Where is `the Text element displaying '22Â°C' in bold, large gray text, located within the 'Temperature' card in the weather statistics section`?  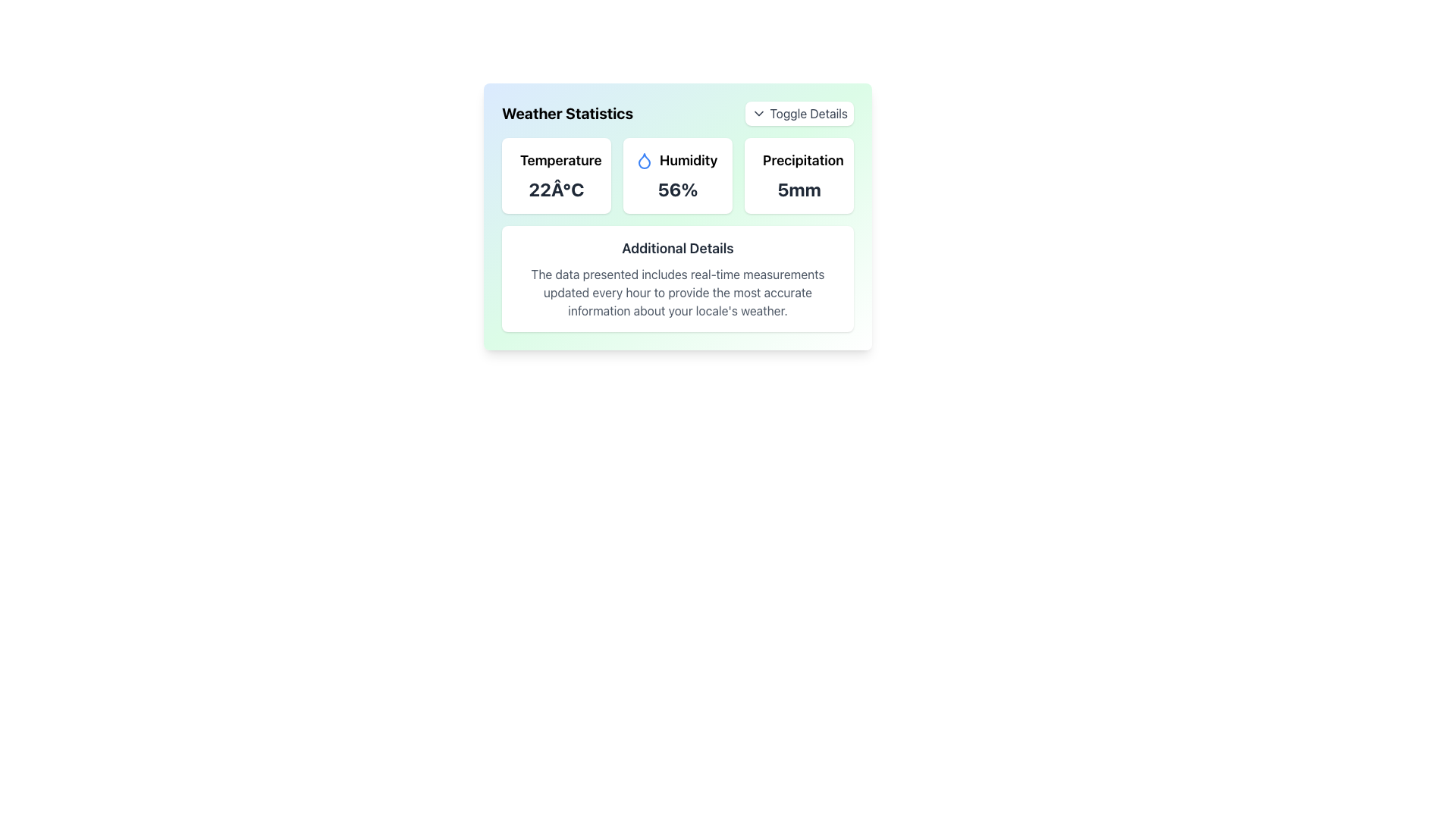
the Text element displaying '22Â°C' in bold, large gray text, located within the 'Temperature' card in the weather statistics section is located at coordinates (556, 189).